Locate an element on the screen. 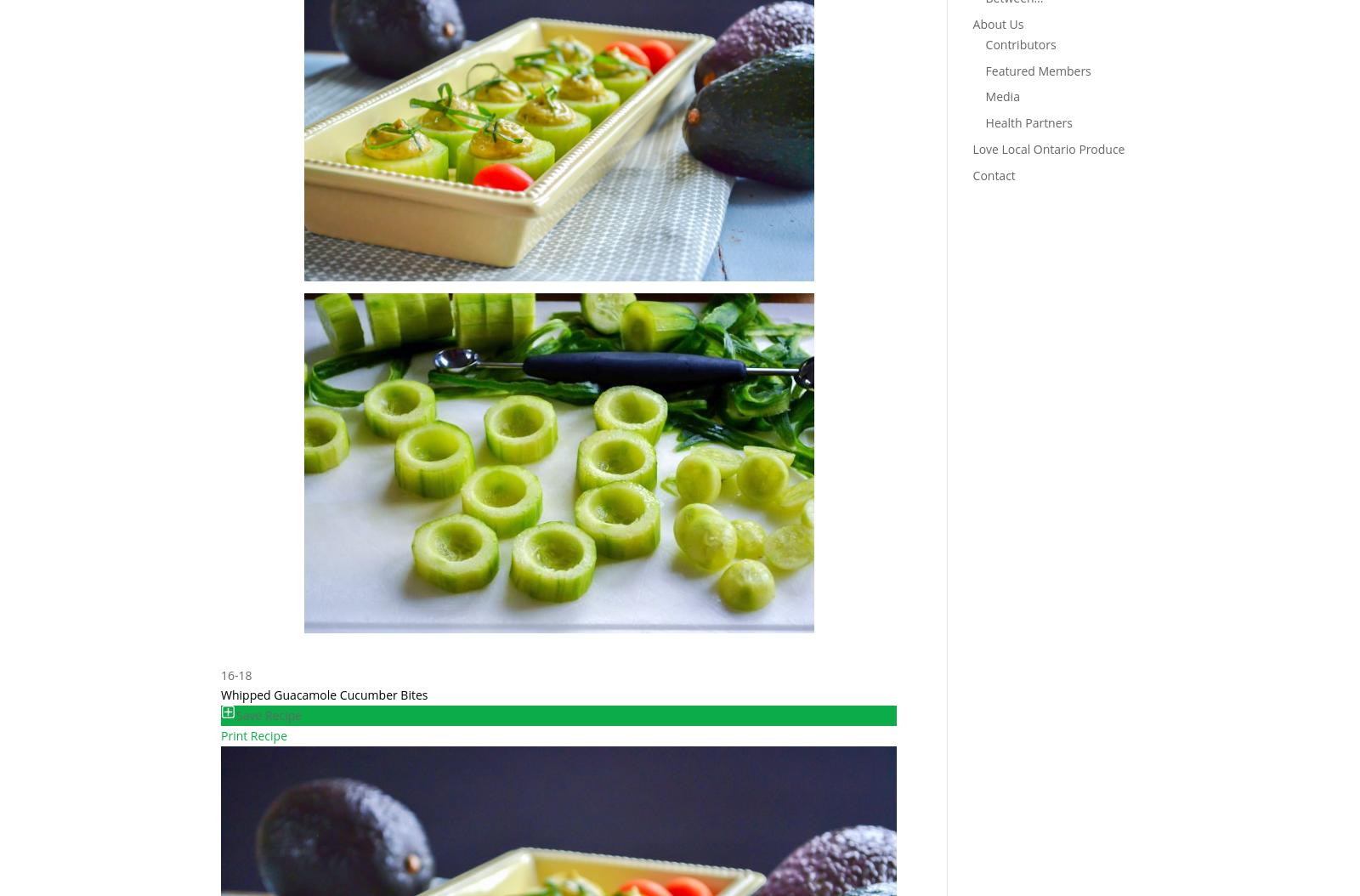  'Media' is located at coordinates (1002, 96).